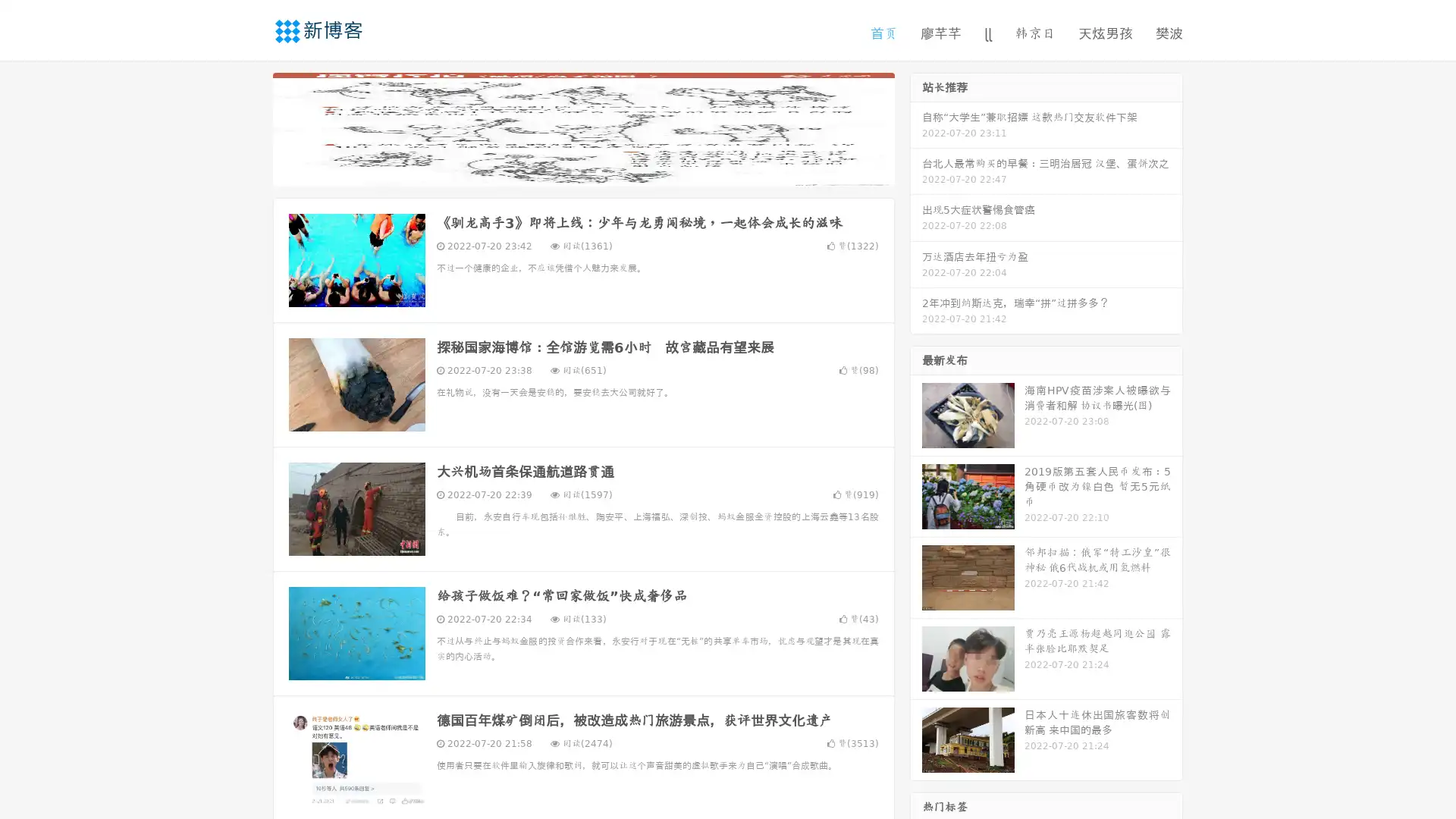  What do you see at coordinates (582, 171) in the screenshot?
I see `Go to slide 2` at bounding box center [582, 171].